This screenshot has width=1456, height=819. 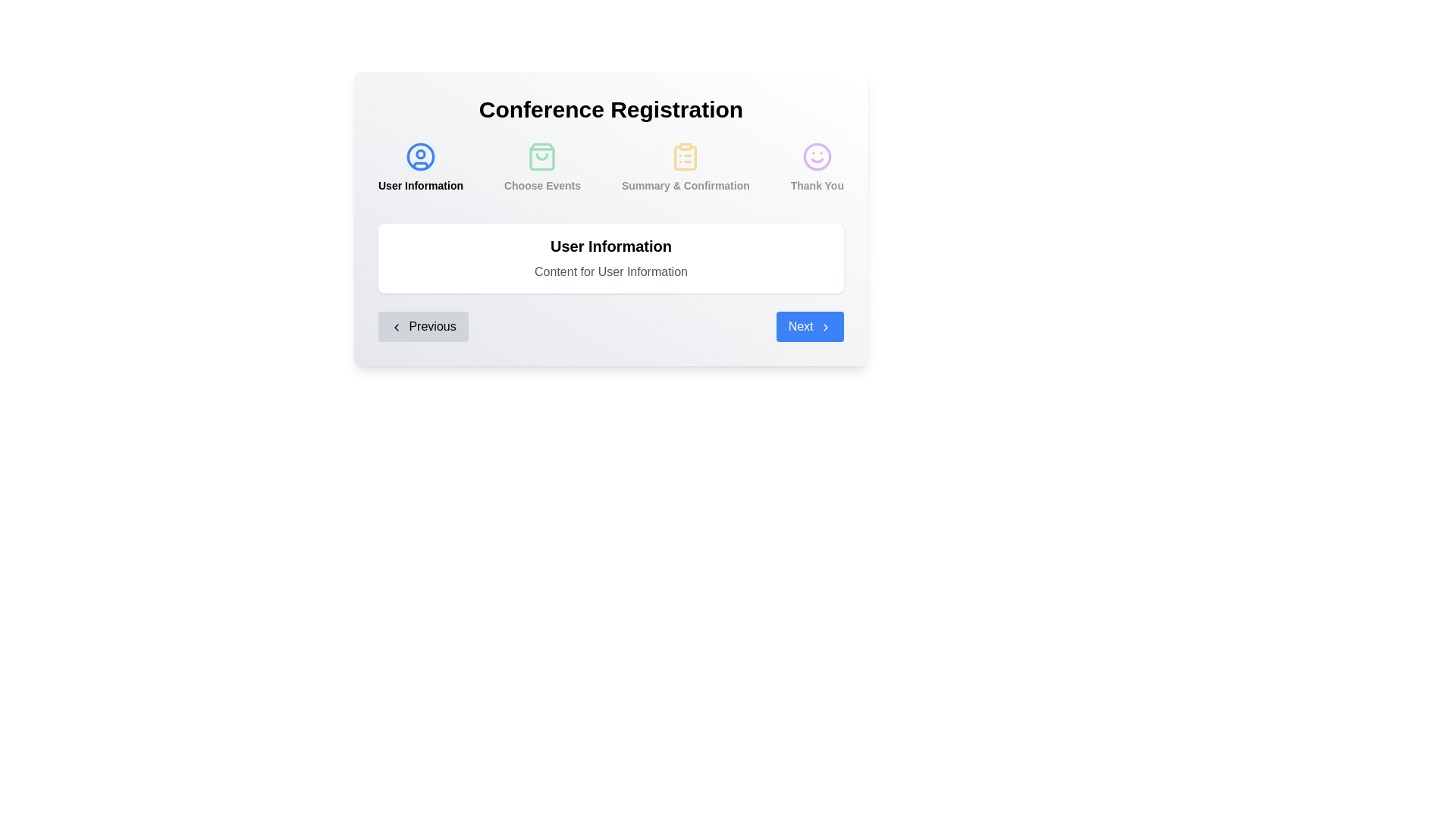 What do you see at coordinates (816, 157) in the screenshot?
I see `the nose of the smiley face icon in the 'Thank You' navigation header, which is a circular element centrally located within the purple smiley face icon` at bounding box center [816, 157].